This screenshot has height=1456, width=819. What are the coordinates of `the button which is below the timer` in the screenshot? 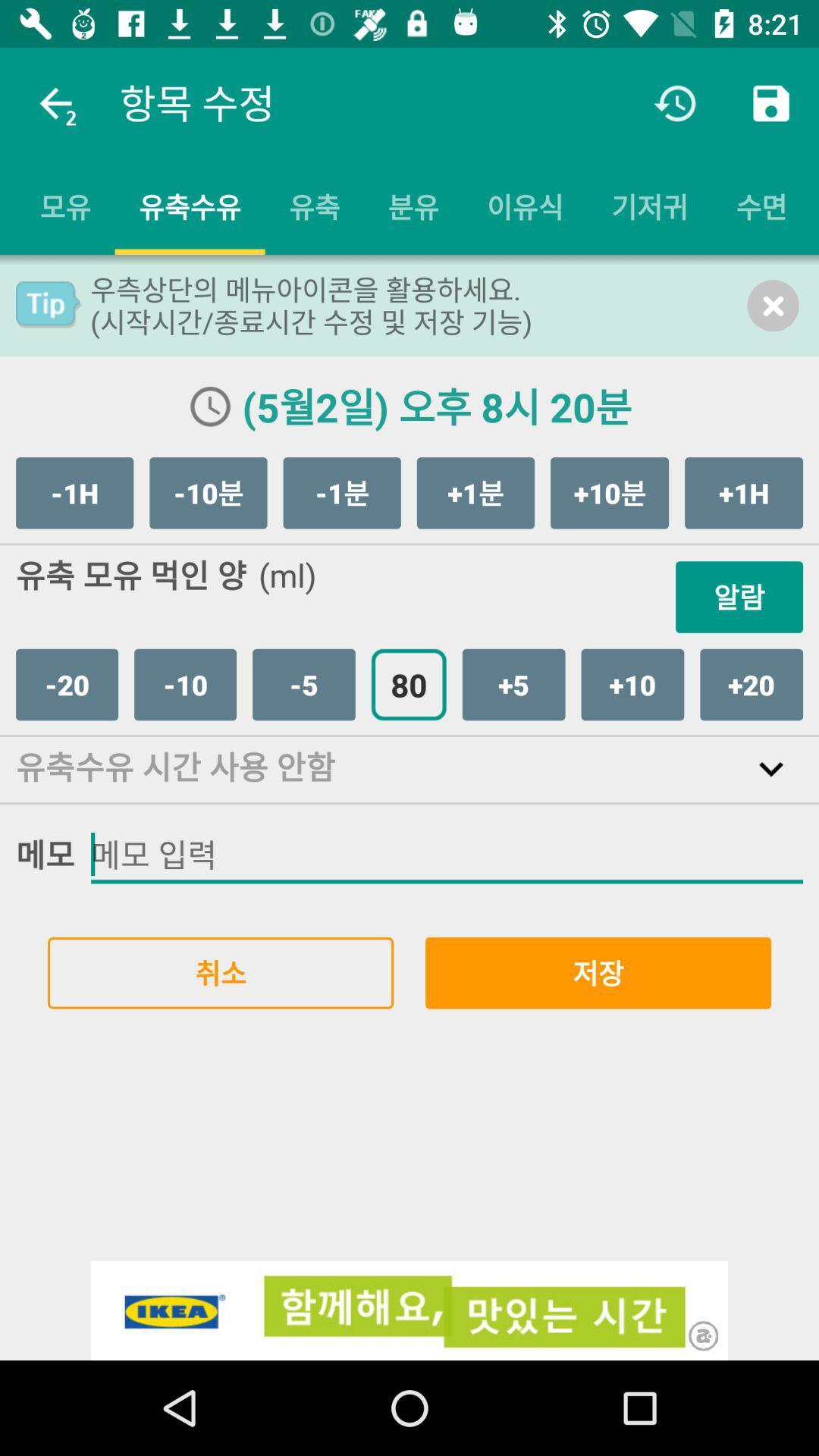 It's located at (648, 206).